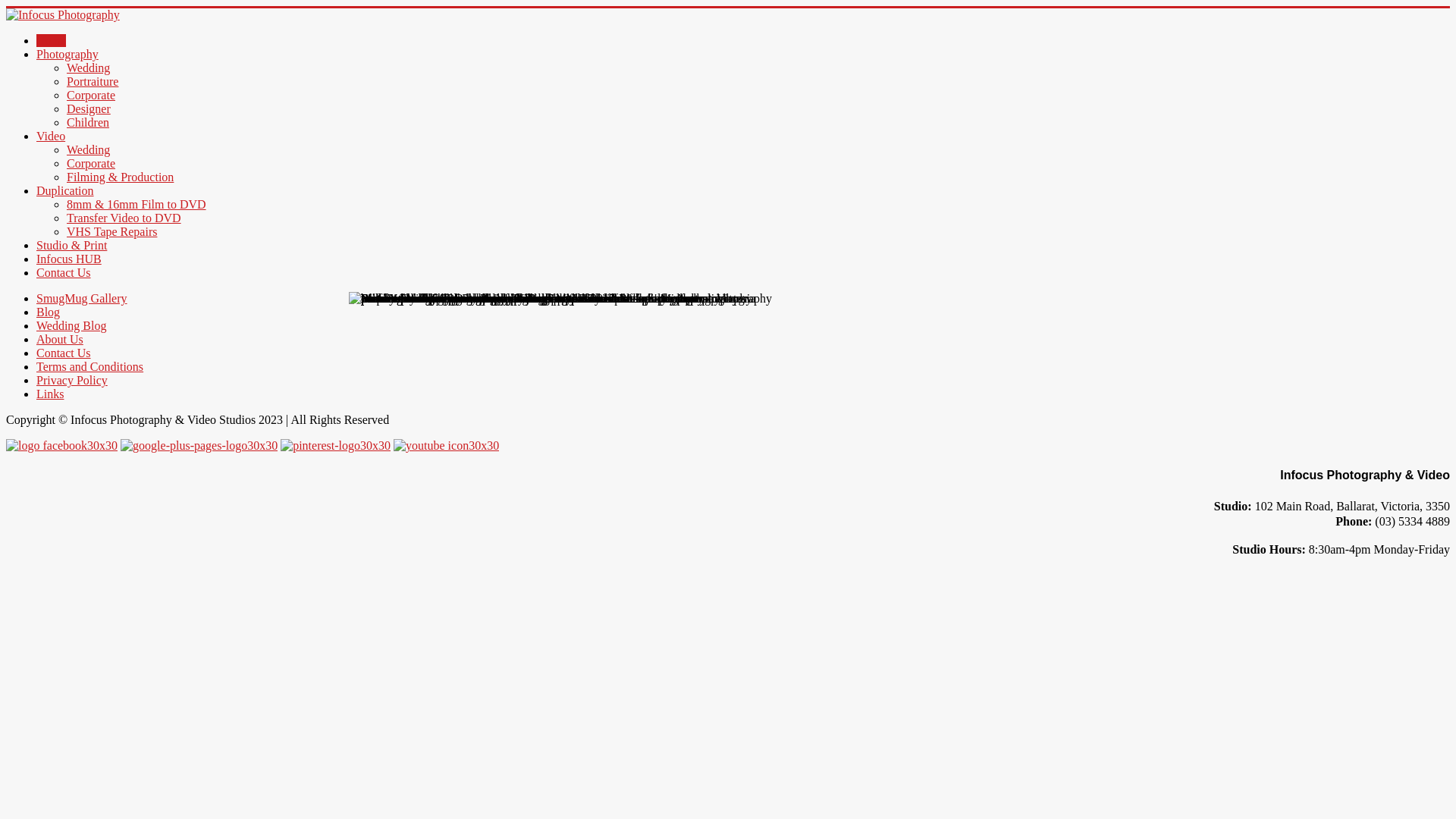 This screenshot has width=1456, height=819. I want to click on '8mm & 16mm Film to DVD', so click(136, 203).